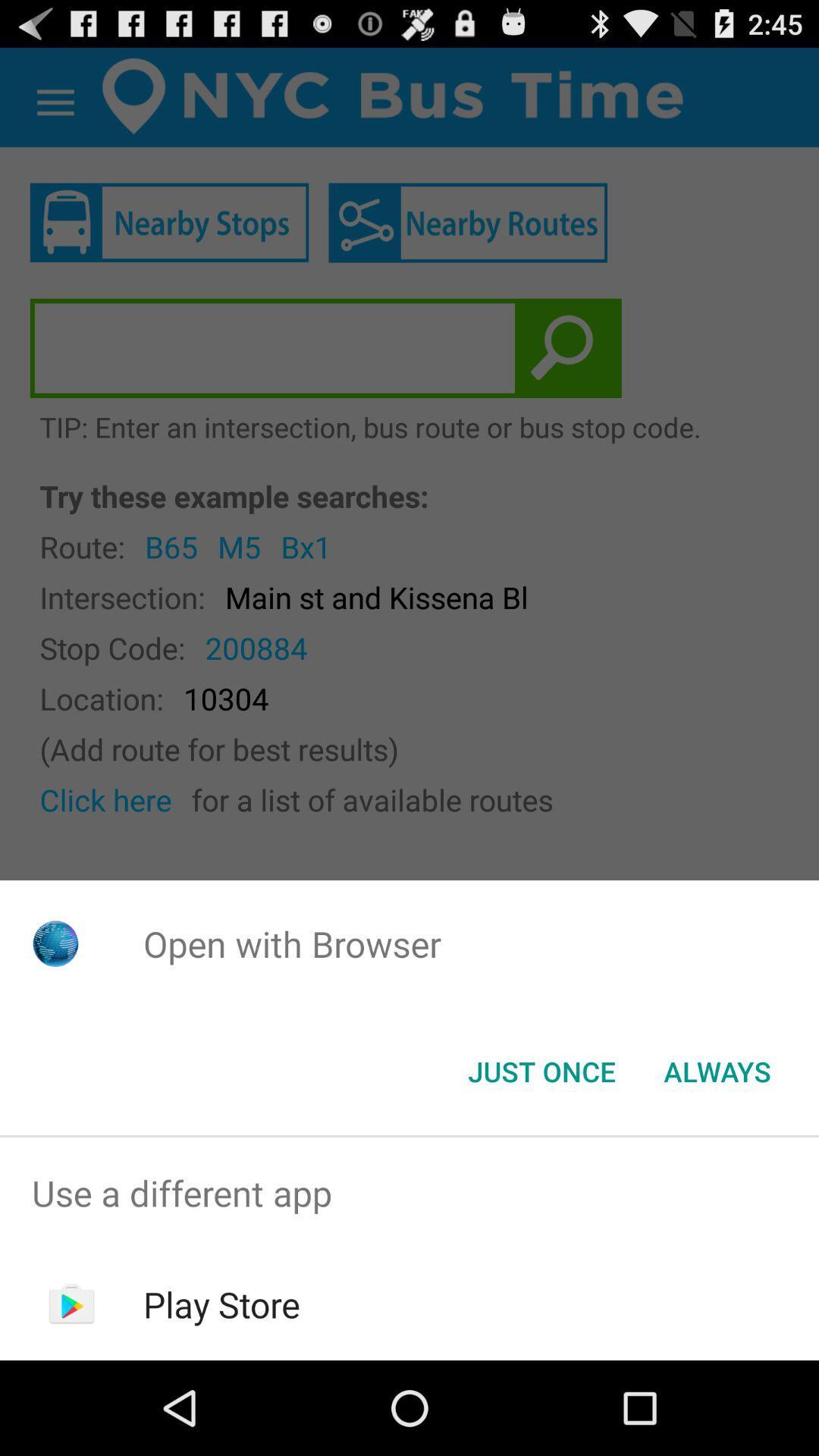  Describe the element at coordinates (541, 1070) in the screenshot. I see `the just once` at that location.